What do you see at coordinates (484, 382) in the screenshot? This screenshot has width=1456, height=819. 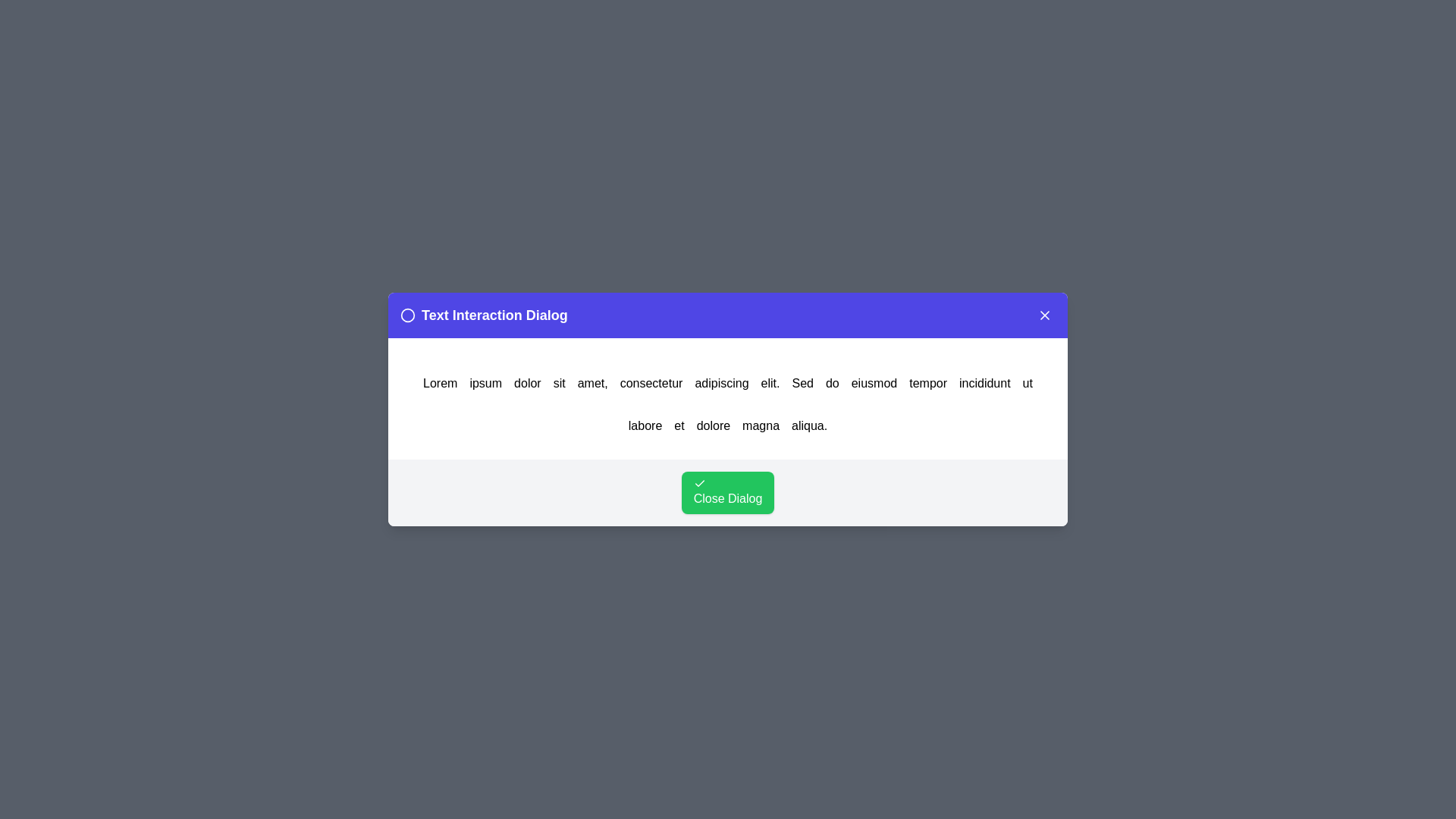 I see `the word ipsum in the text to trigger an alert displaying the clicked word` at bounding box center [484, 382].